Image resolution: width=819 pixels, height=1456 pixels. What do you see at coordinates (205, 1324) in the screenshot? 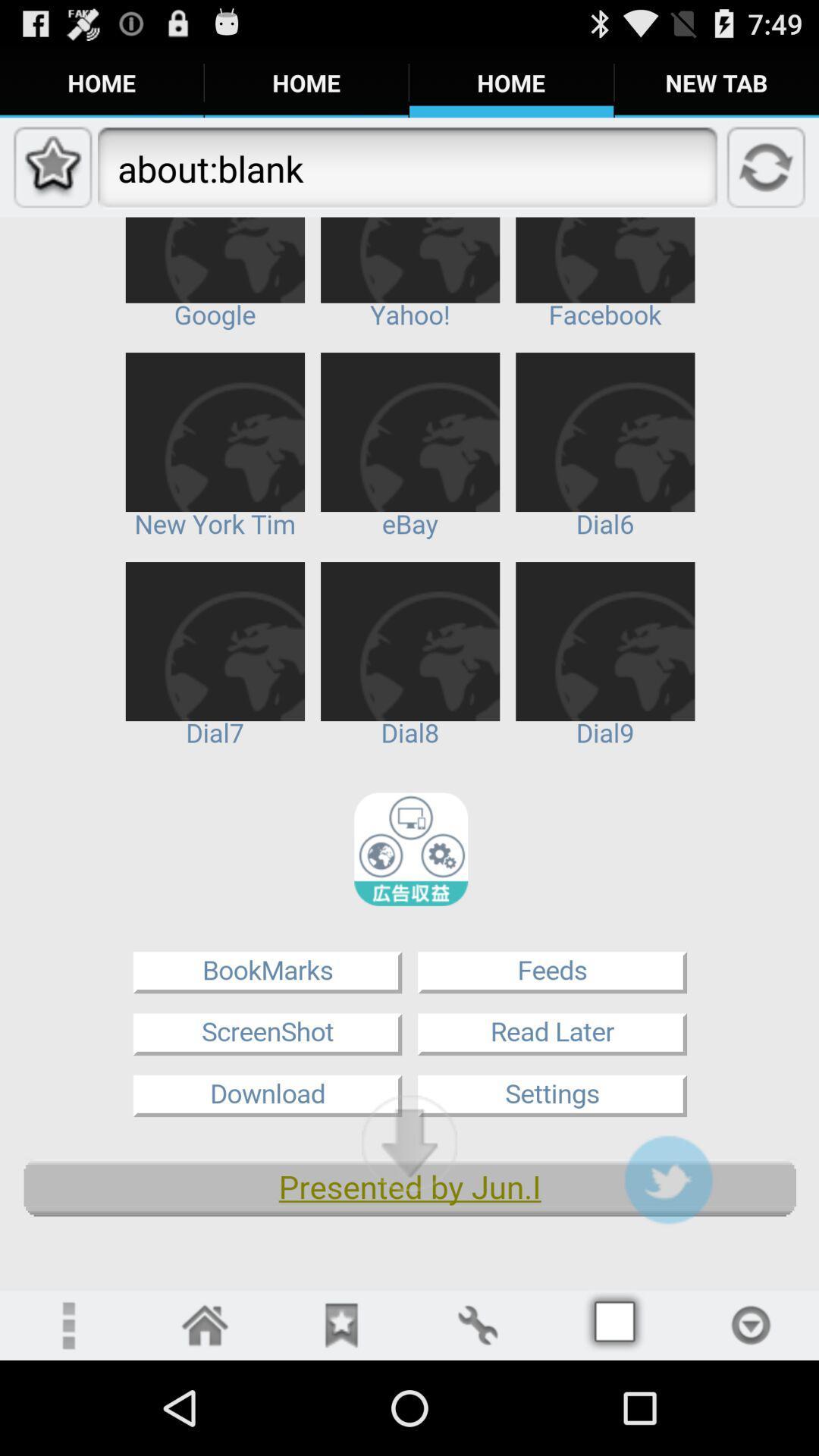
I see `home button` at bounding box center [205, 1324].